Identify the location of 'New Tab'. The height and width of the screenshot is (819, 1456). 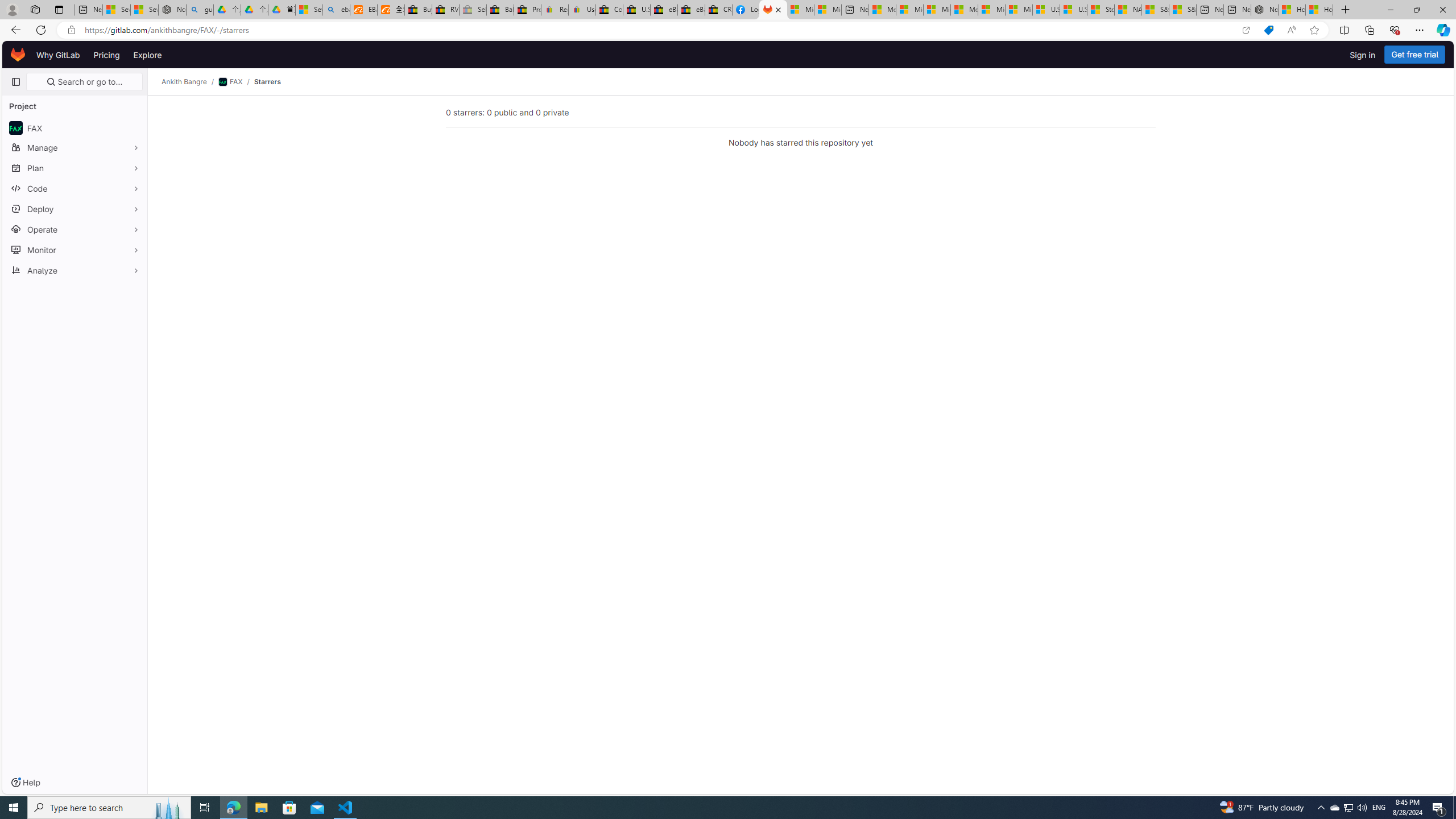
(1345, 9).